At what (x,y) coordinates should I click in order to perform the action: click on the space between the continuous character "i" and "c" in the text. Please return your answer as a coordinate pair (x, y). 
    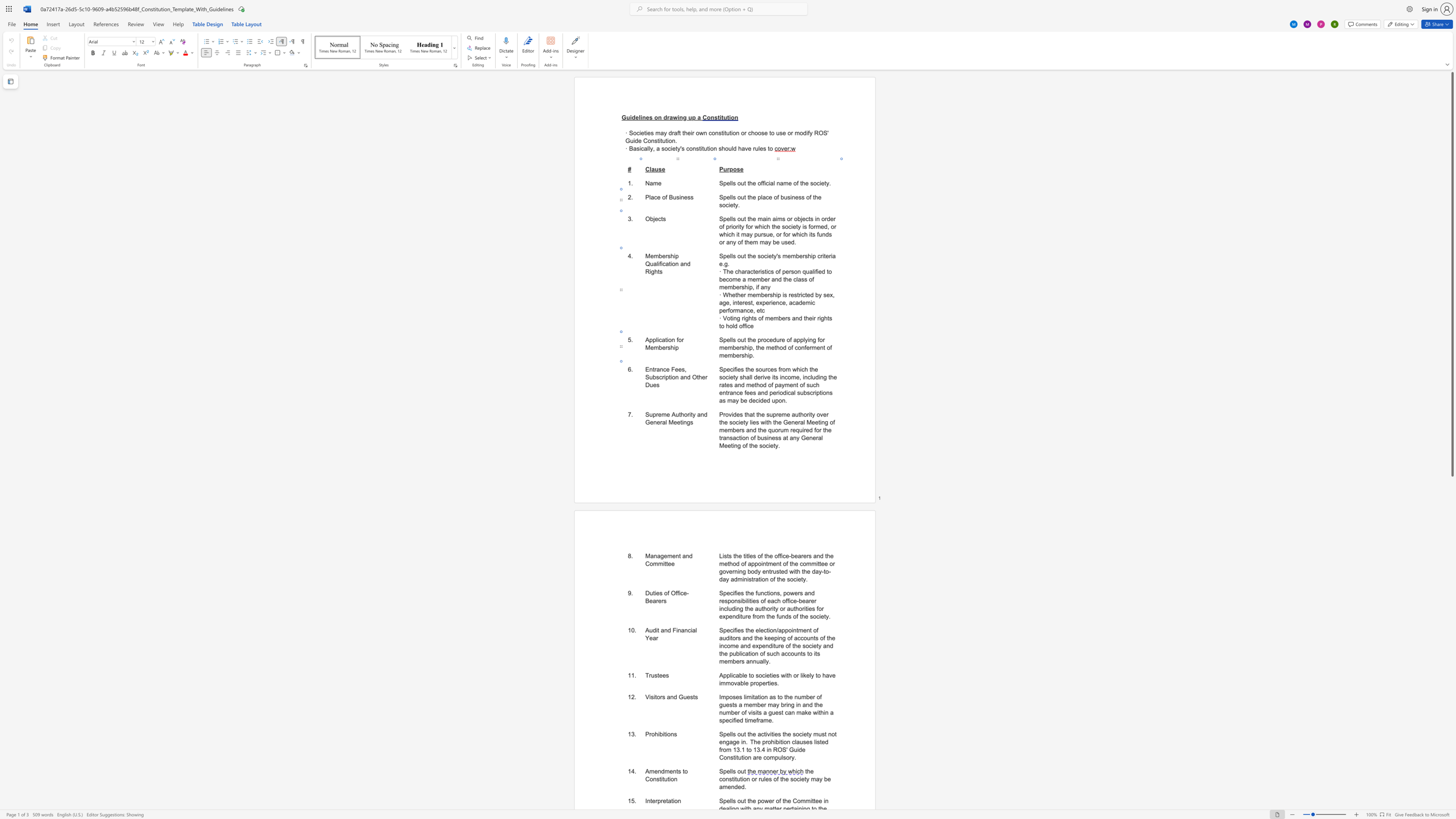
    Looking at the image, I should click on (733, 675).